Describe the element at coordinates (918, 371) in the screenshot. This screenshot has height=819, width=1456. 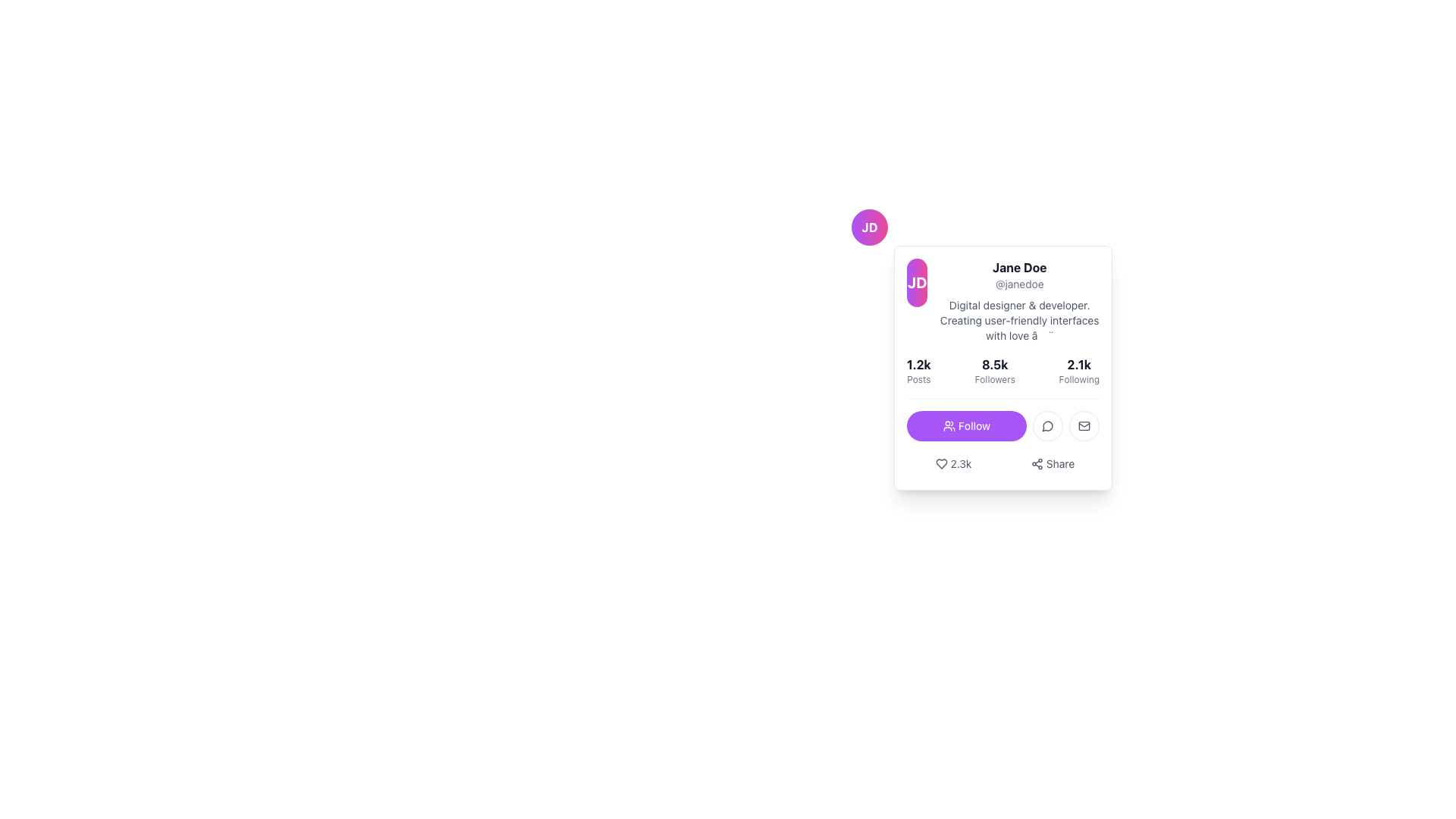
I see `the text display component that shows the count of posts made by the user, which is located to the left of the followers and following counts` at that location.